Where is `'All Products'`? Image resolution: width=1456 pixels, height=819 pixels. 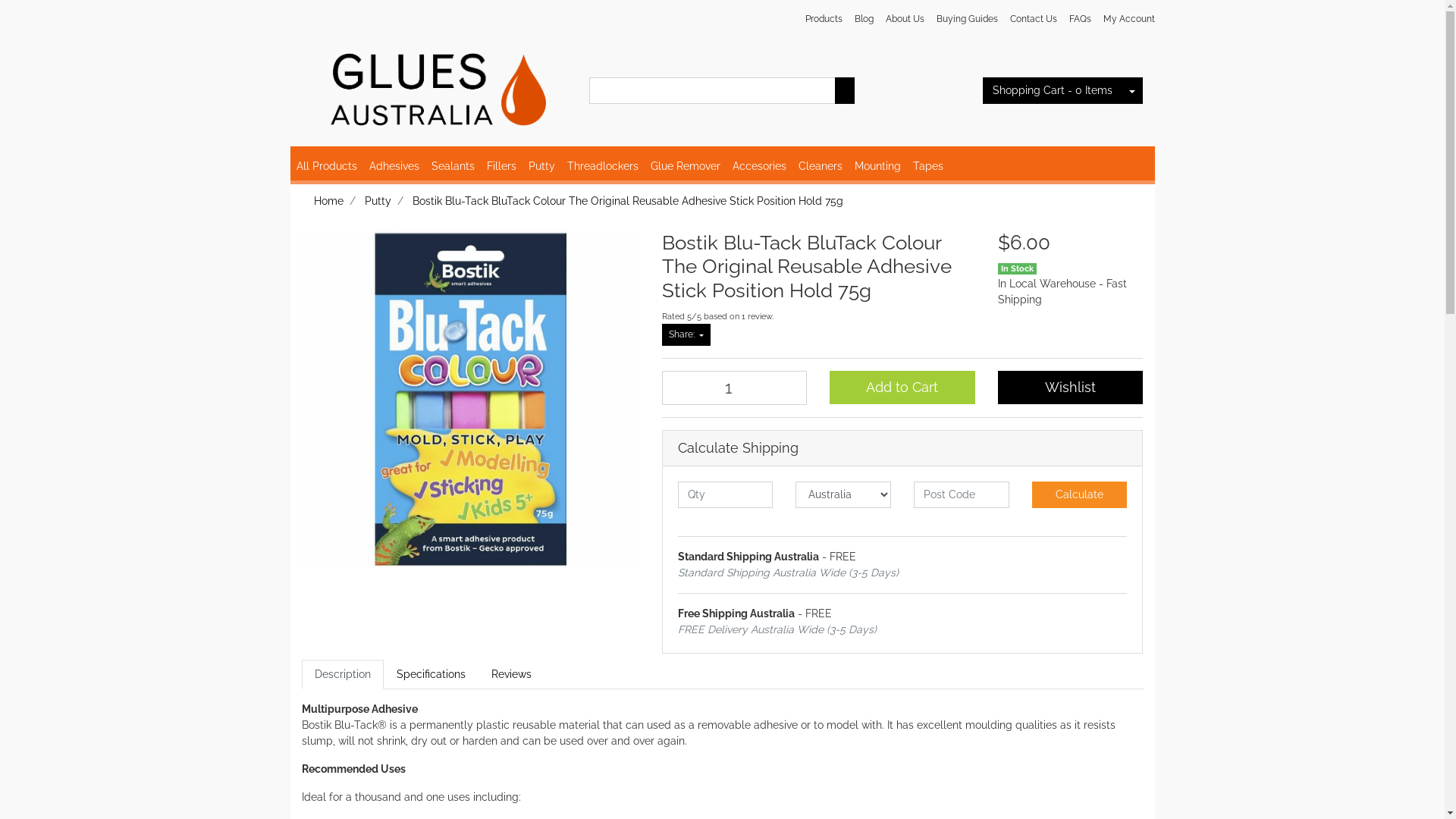
'All Products' is located at coordinates (325, 166).